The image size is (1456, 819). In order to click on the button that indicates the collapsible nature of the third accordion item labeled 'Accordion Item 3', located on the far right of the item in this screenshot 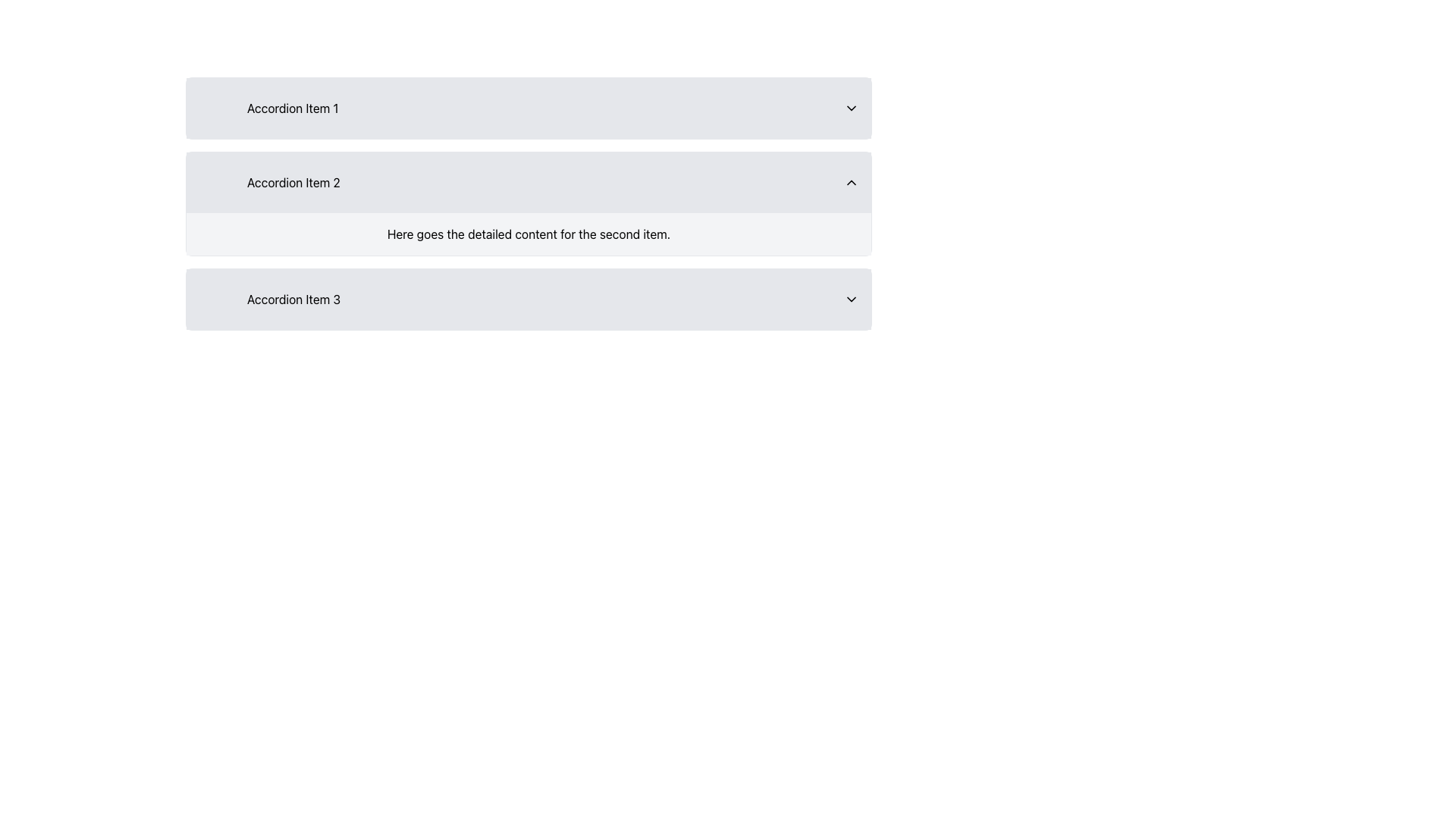, I will do `click(852, 299)`.